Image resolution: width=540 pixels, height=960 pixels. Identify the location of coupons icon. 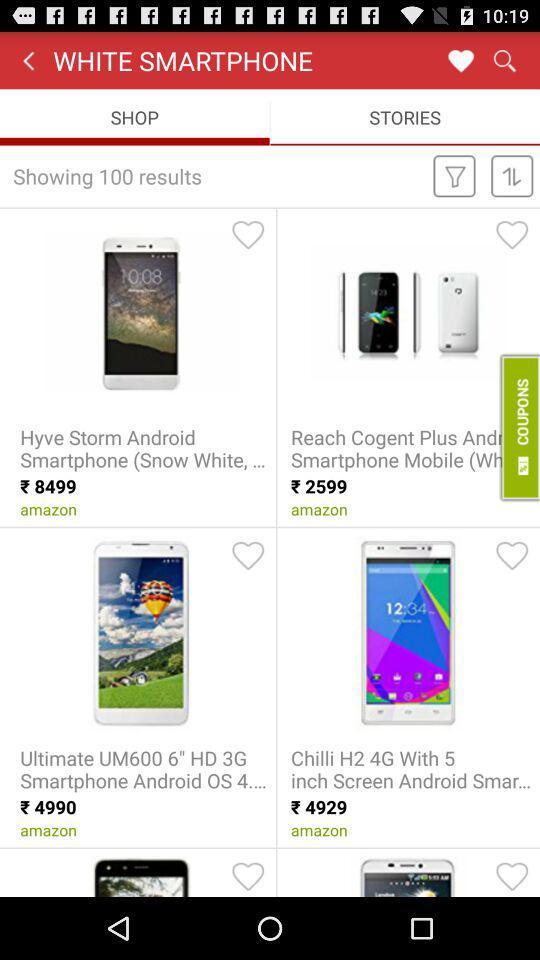
(518, 427).